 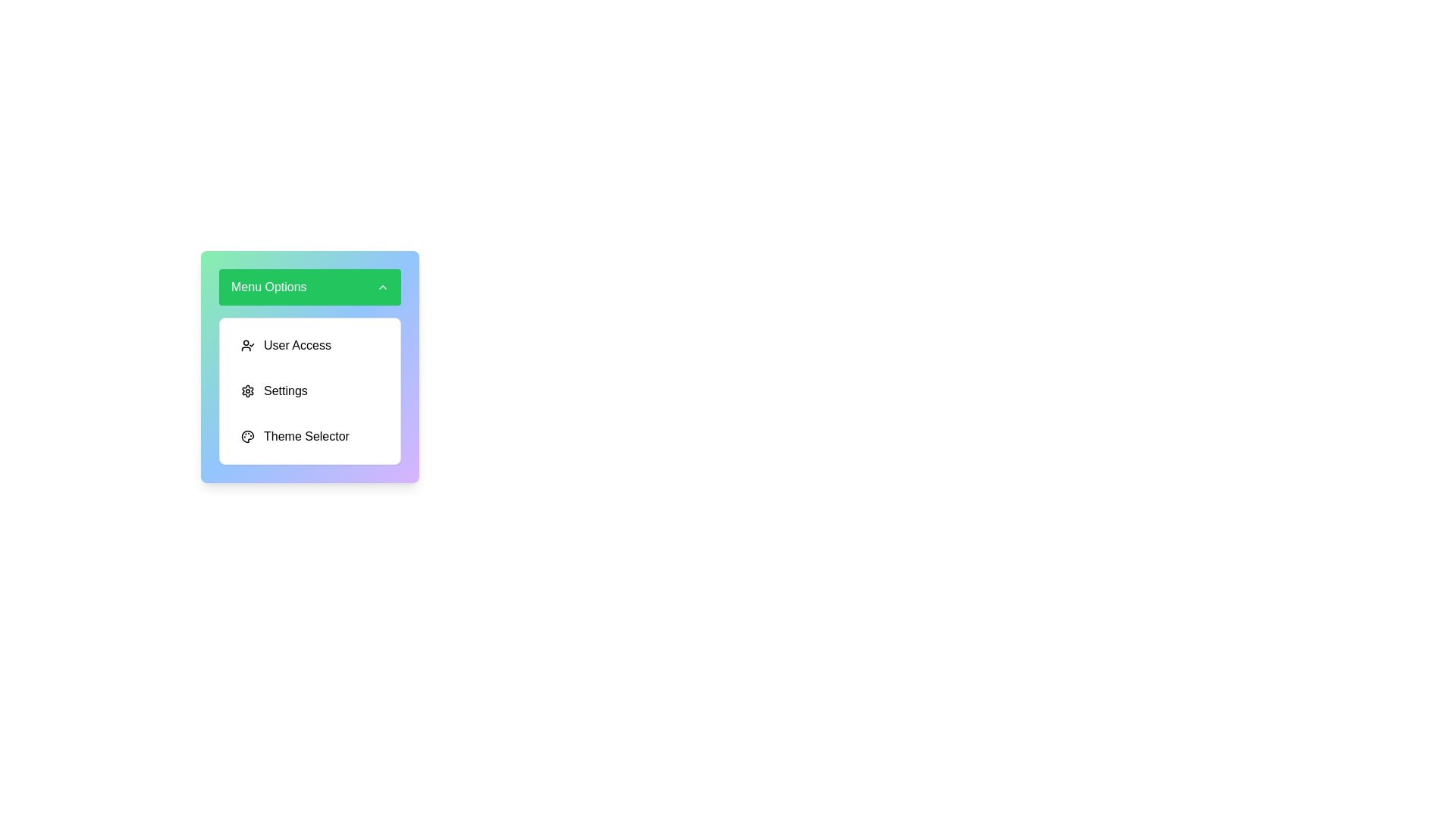 I want to click on the main menu button to toggle the visibility of the menu options, so click(x=309, y=287).